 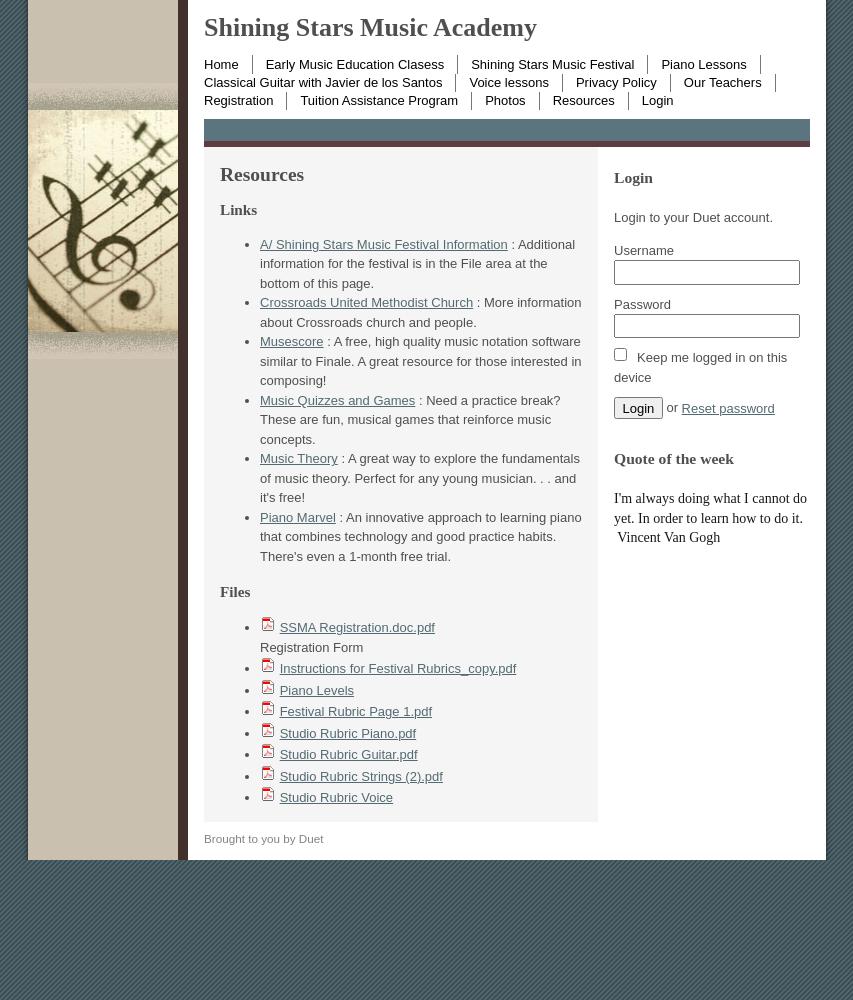 What do you see at coordinates (612, 456) in the screenshot?
I see `'Quote of the week'` at bounding box center [612, 456].